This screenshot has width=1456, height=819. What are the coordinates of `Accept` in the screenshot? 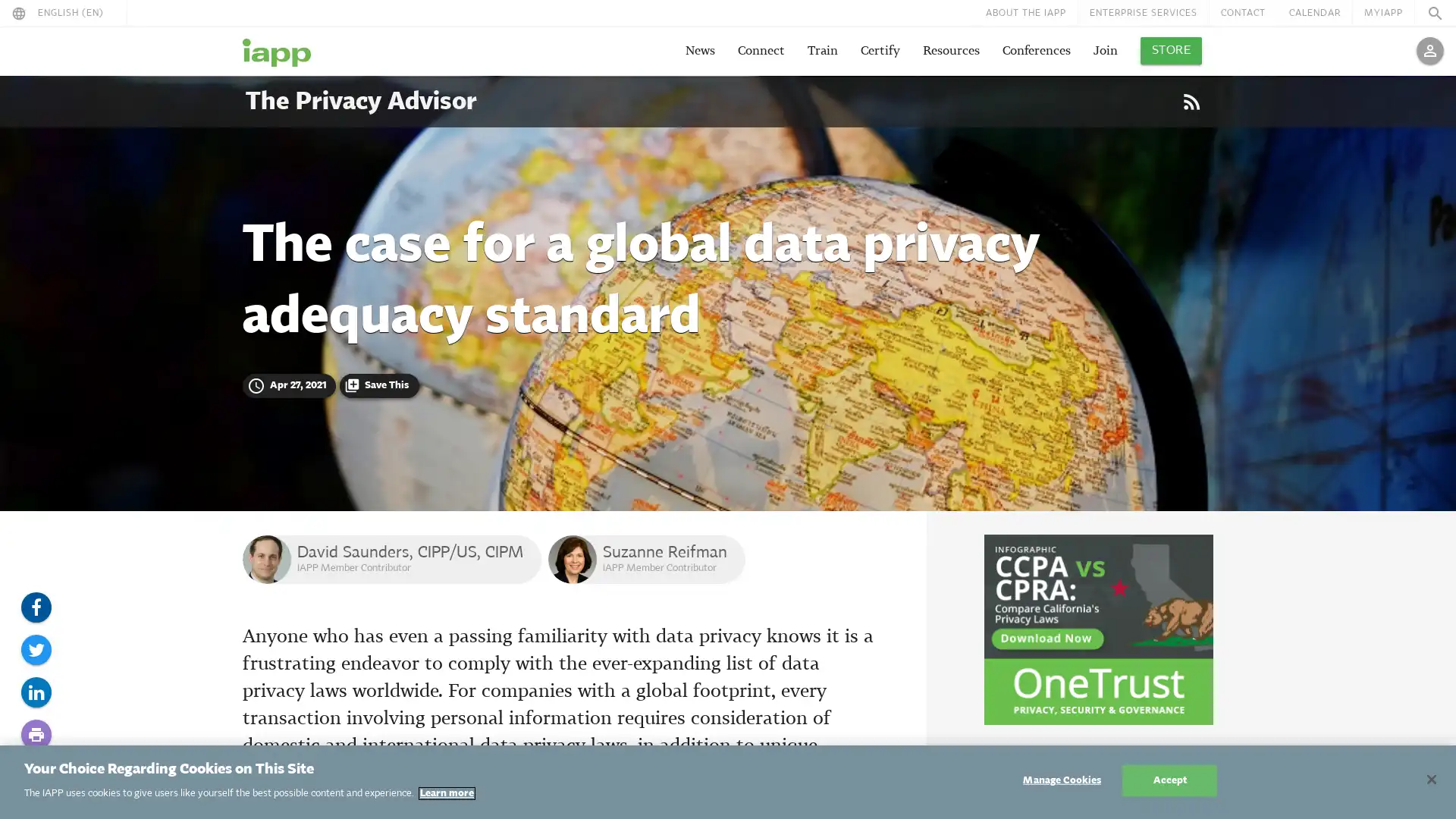 It's located at (1169, 780).